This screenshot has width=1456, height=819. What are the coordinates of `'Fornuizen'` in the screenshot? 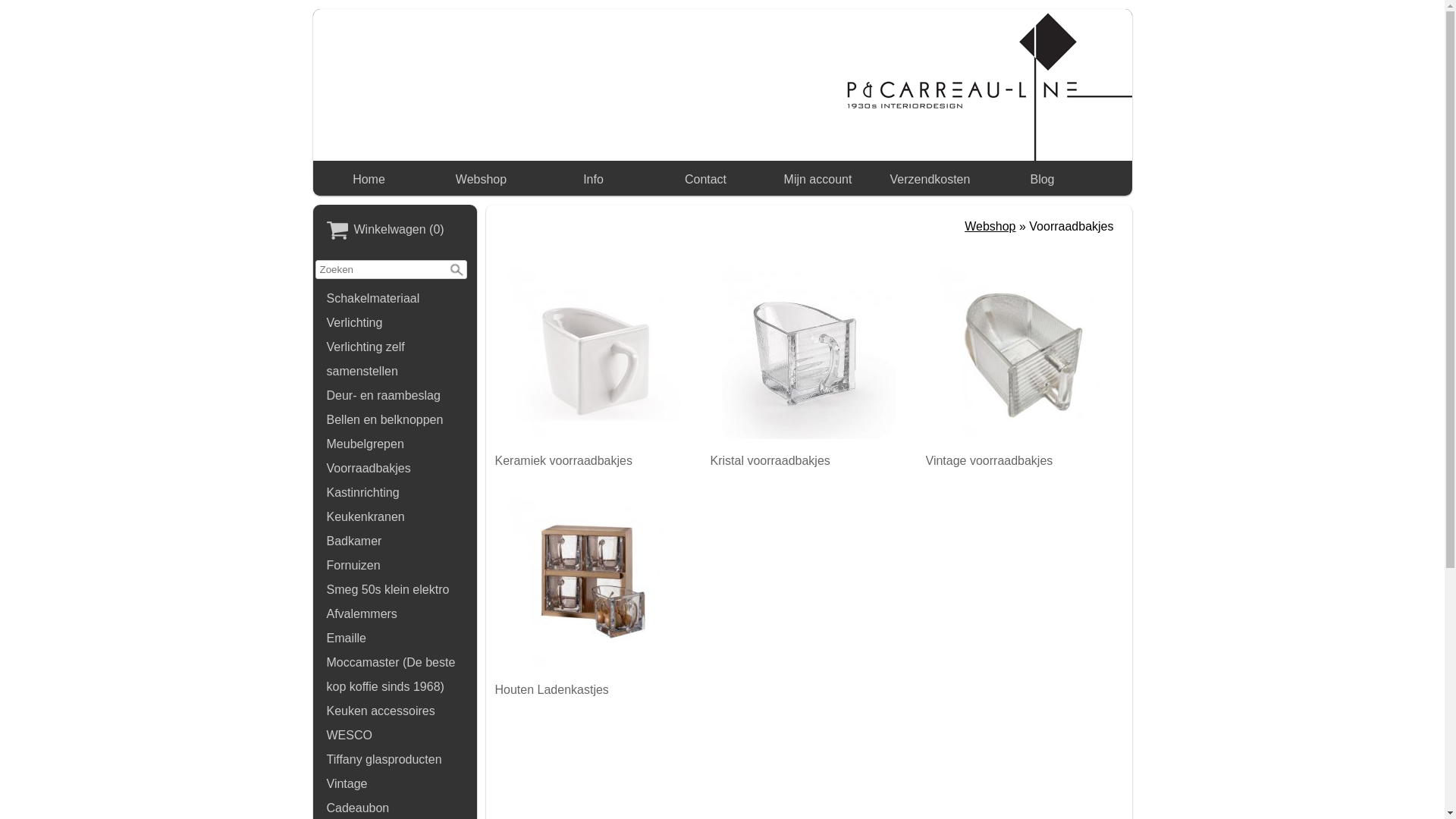 It's located at (395, 565).